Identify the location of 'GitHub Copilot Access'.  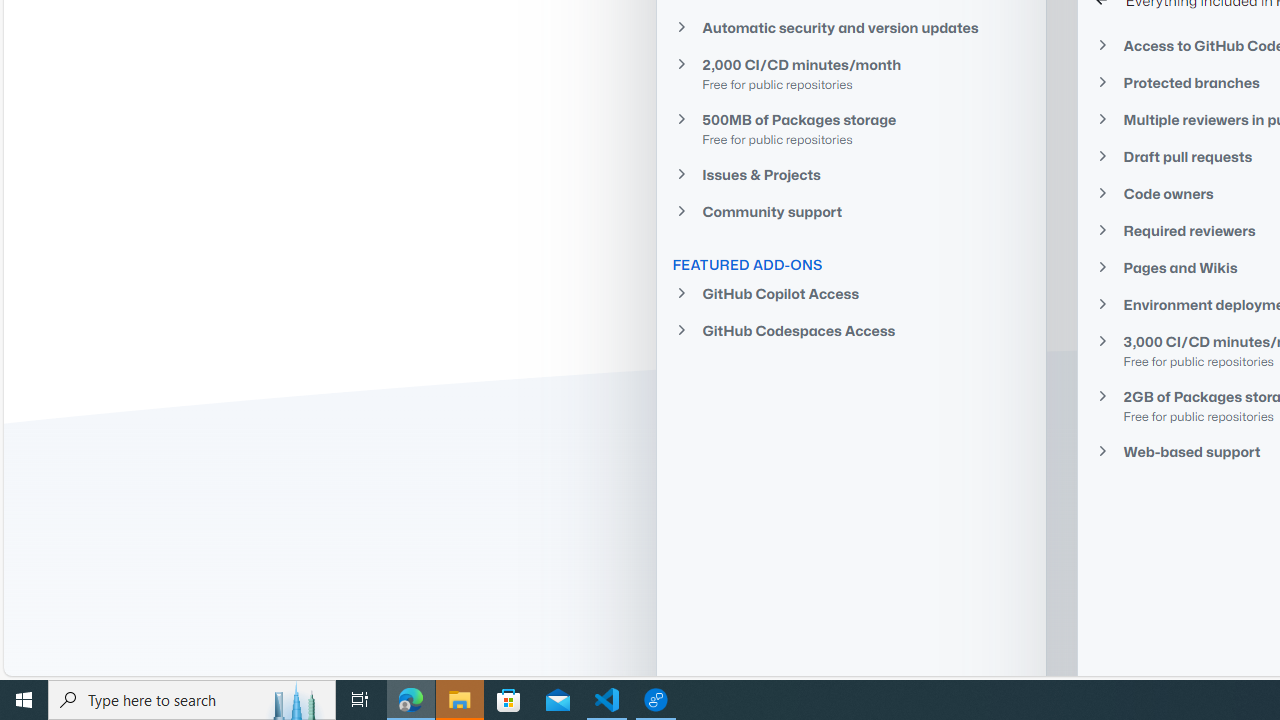
(851, 293).